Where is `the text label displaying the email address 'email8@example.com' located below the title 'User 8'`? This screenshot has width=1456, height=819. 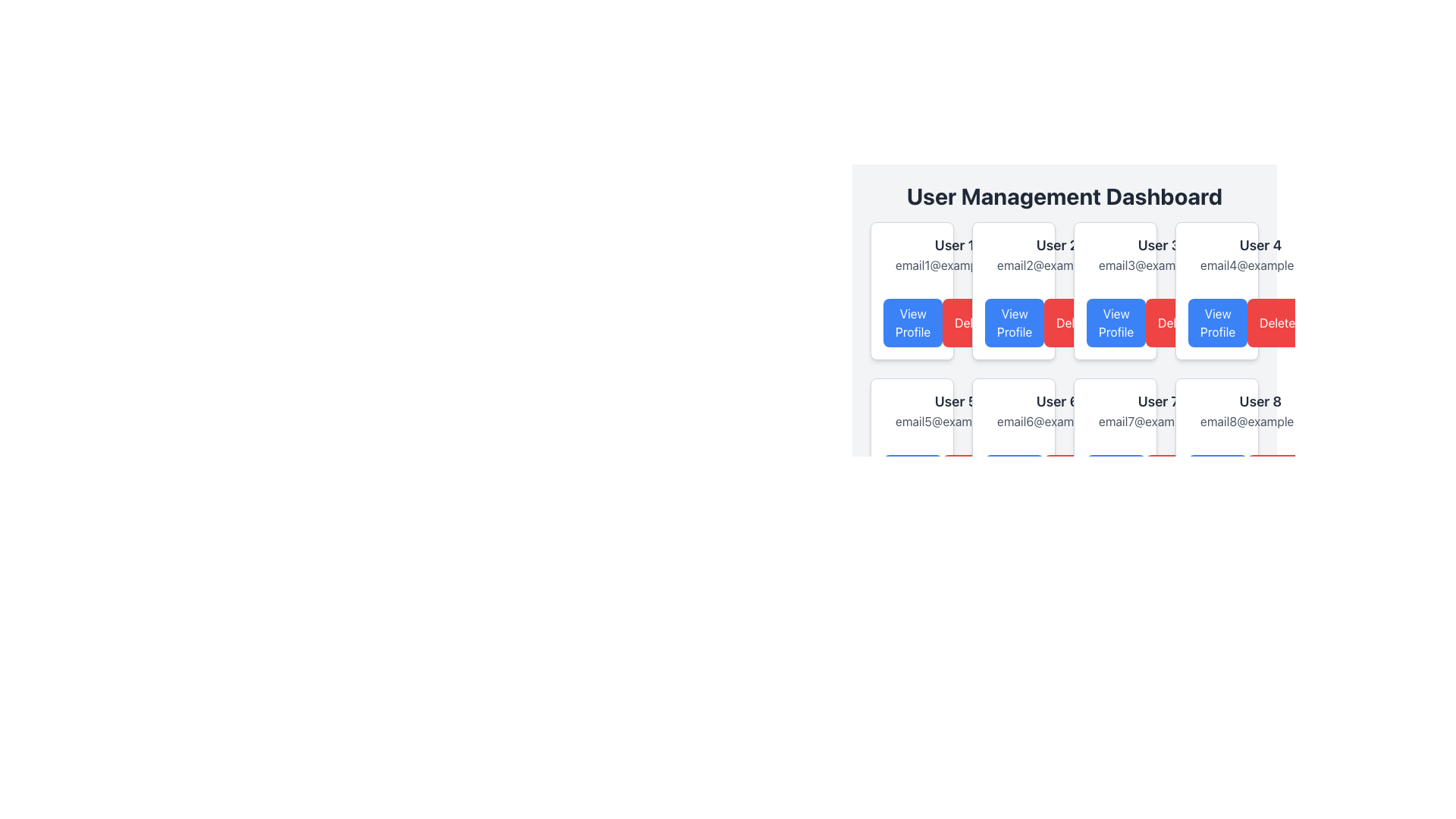
the text label displaying the email address 'email8@example.com' located below the title 'User 8' is located at coordinates (1260, 421).